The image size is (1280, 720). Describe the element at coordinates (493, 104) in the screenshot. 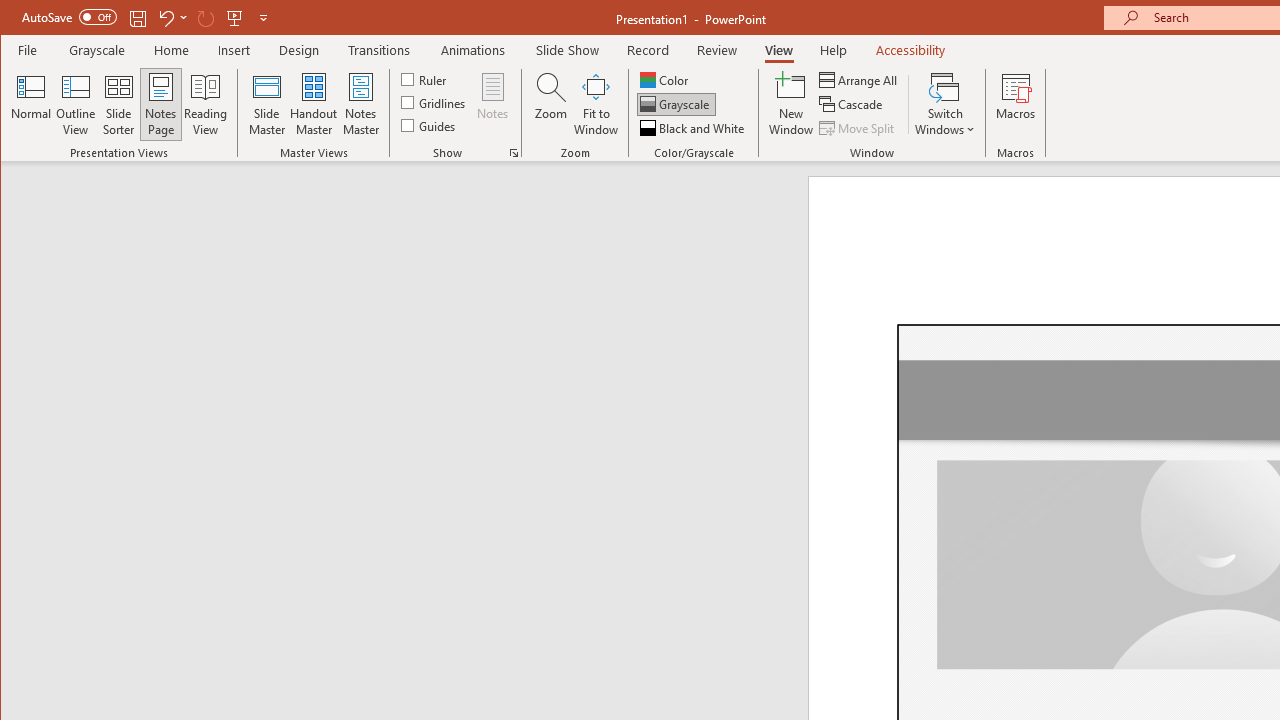

I see `'Notes'` at that location.